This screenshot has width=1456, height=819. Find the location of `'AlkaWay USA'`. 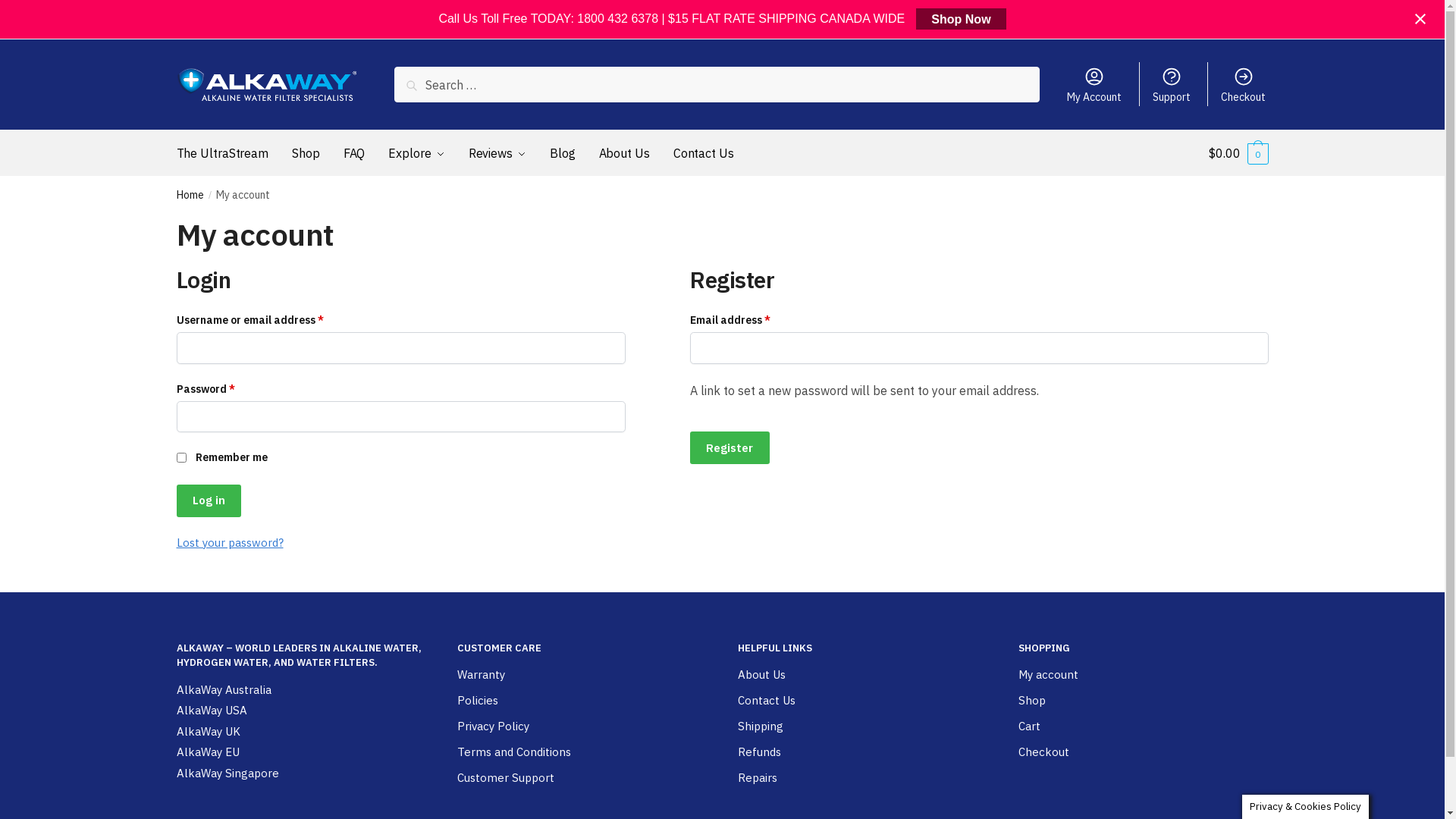

'AlkaWay USA' is located at coordinates (210, 711).